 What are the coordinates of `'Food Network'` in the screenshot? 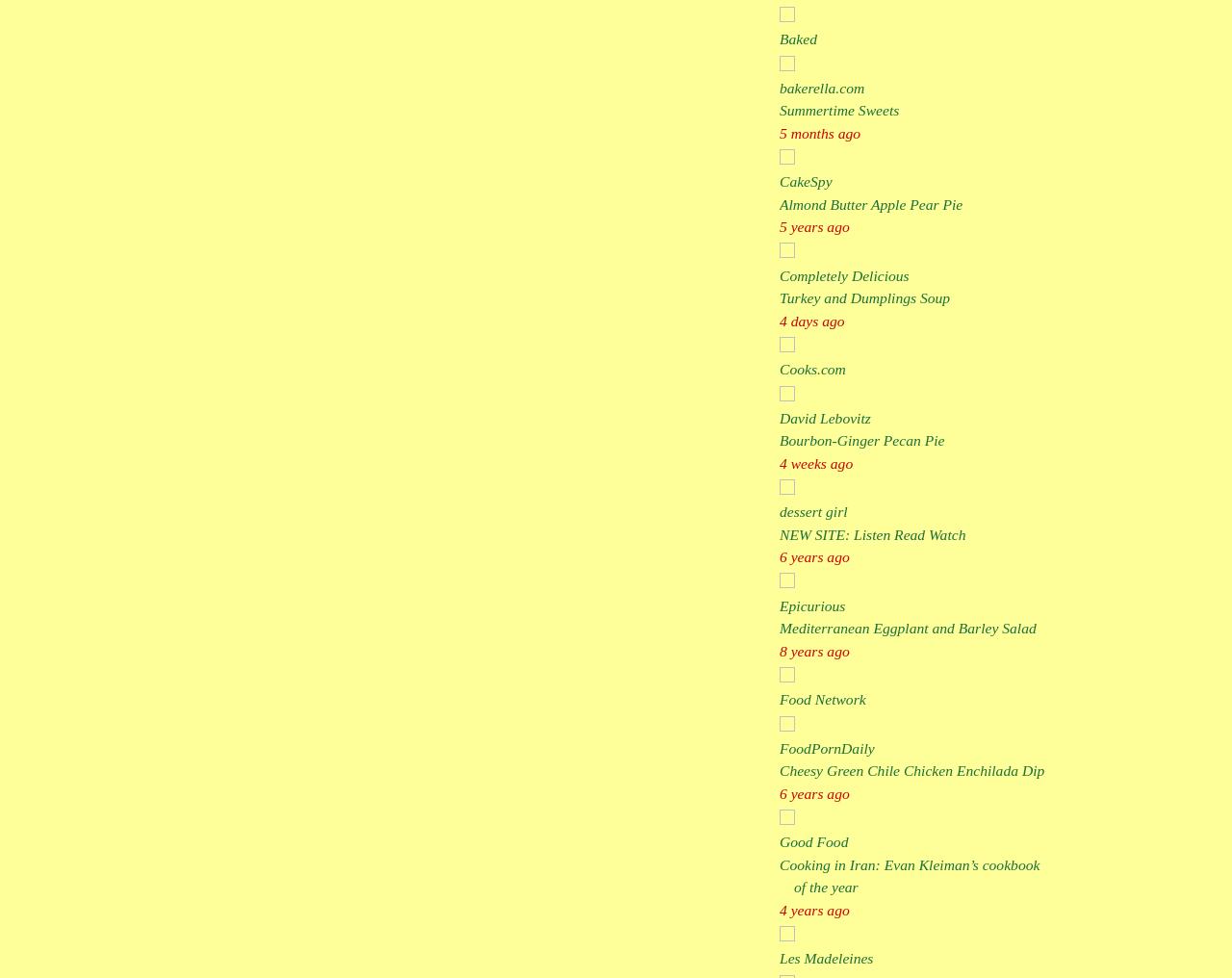 It's located at (822, 699).